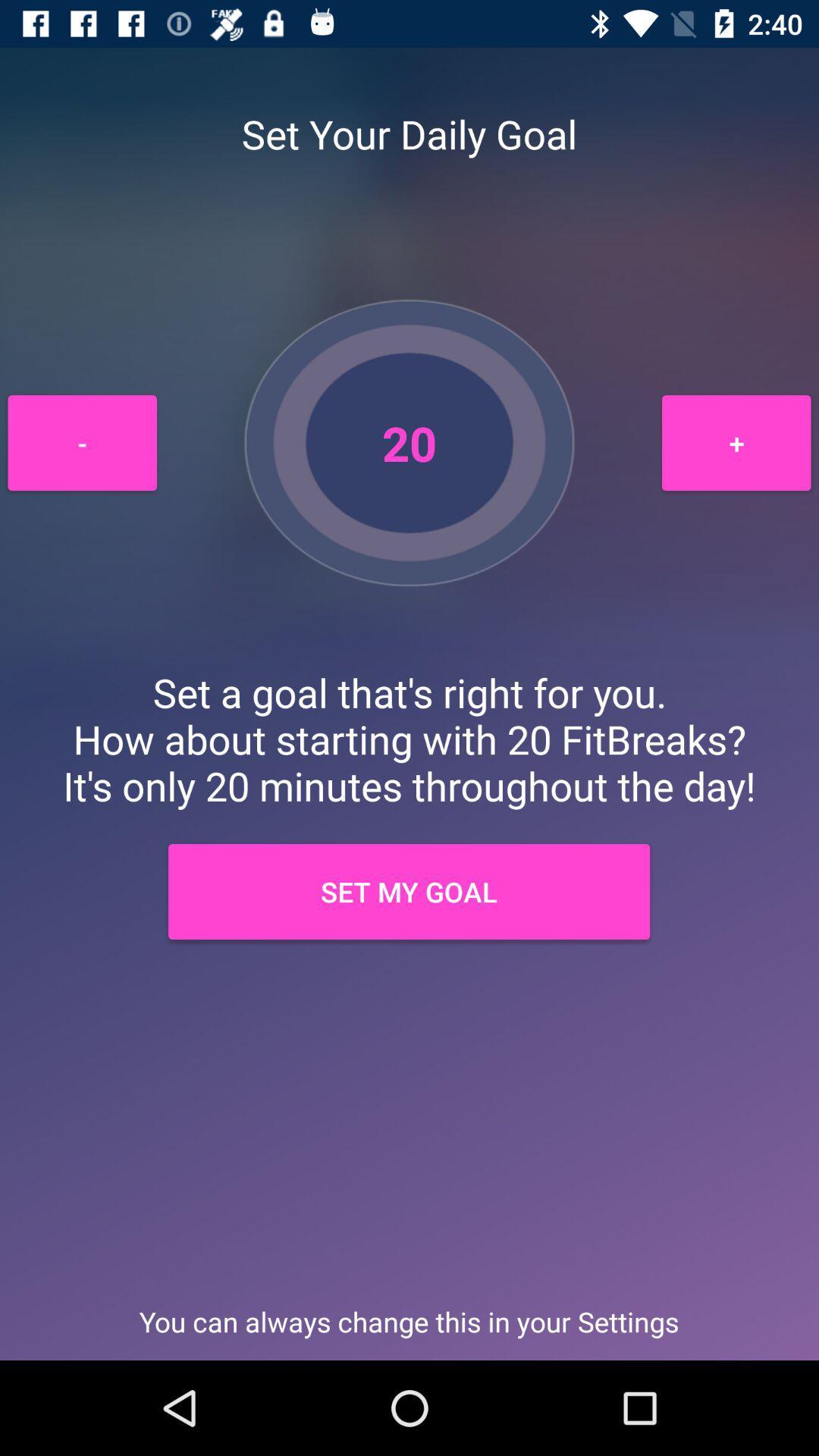 The height and width of the screenshot is (1456, 819). Describe the element at coordinates (736, 442) in the screenshot. I see `item to the right of the 20` at that location.